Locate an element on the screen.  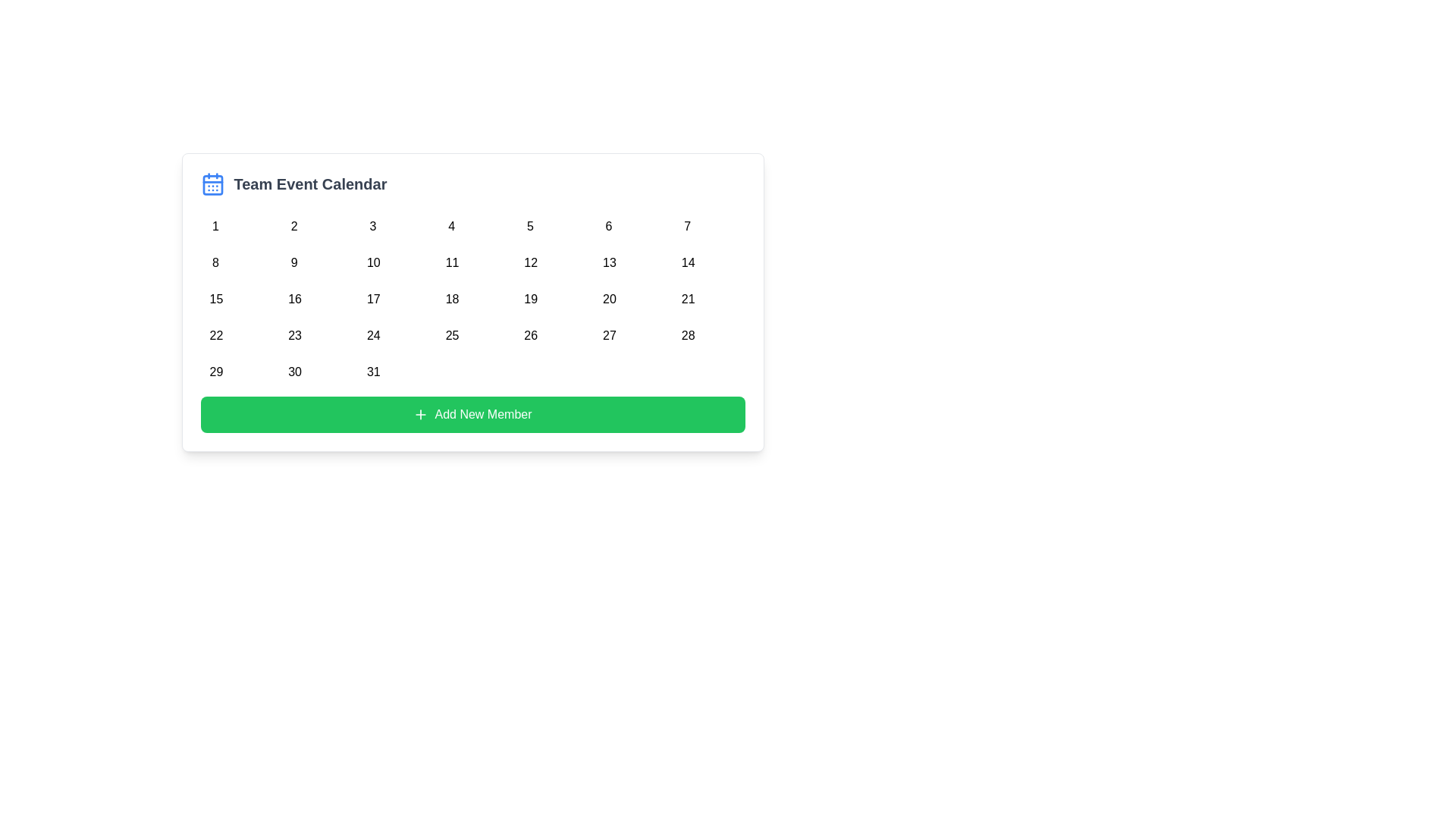
the icon on the left side of the green button labeled 'Add New Member' is located at coordinates (421, 415).